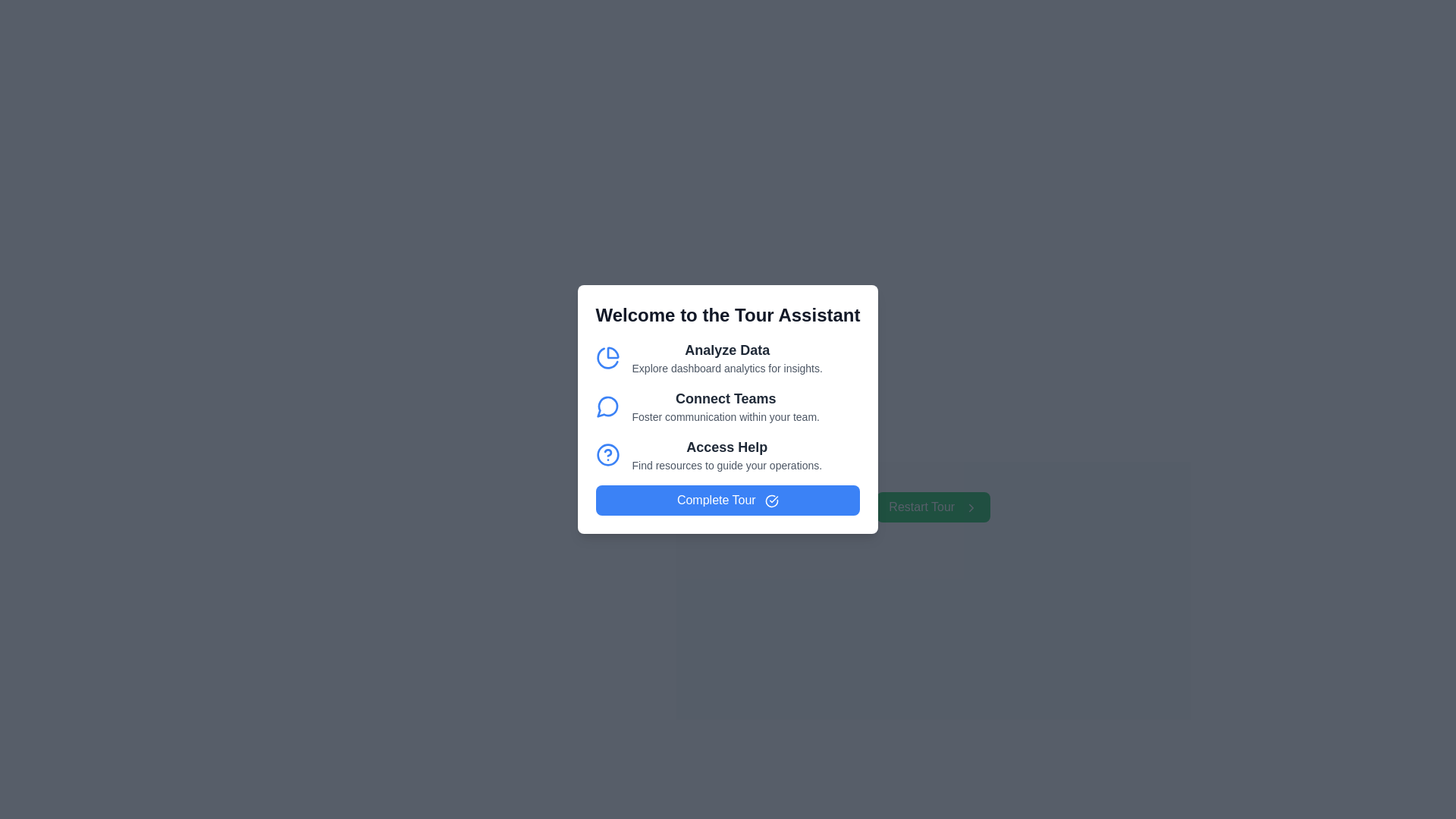 This screenshot has height=819, width=1456. I want to click on the green 'Restart Tour' button located in the lower-right section of the modal, so click(932, 581).